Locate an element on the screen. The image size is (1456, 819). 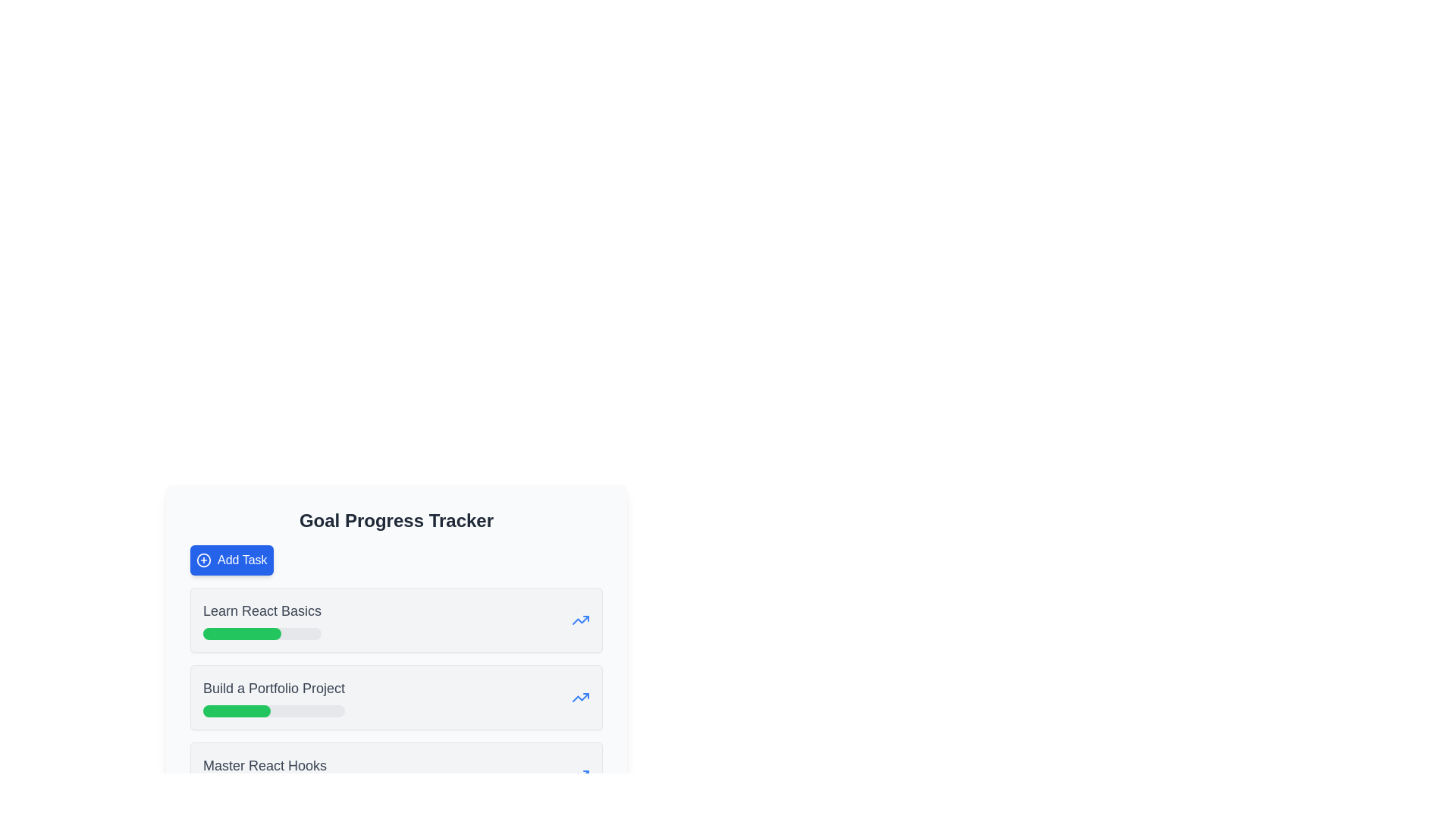
the text label displaying 'Master React Hooks' which is located in the 'Goal Progress Tracker' section, below 'Learn React Basics' and 'Build a Portfolio Project' is located at coordinates (265, 775).